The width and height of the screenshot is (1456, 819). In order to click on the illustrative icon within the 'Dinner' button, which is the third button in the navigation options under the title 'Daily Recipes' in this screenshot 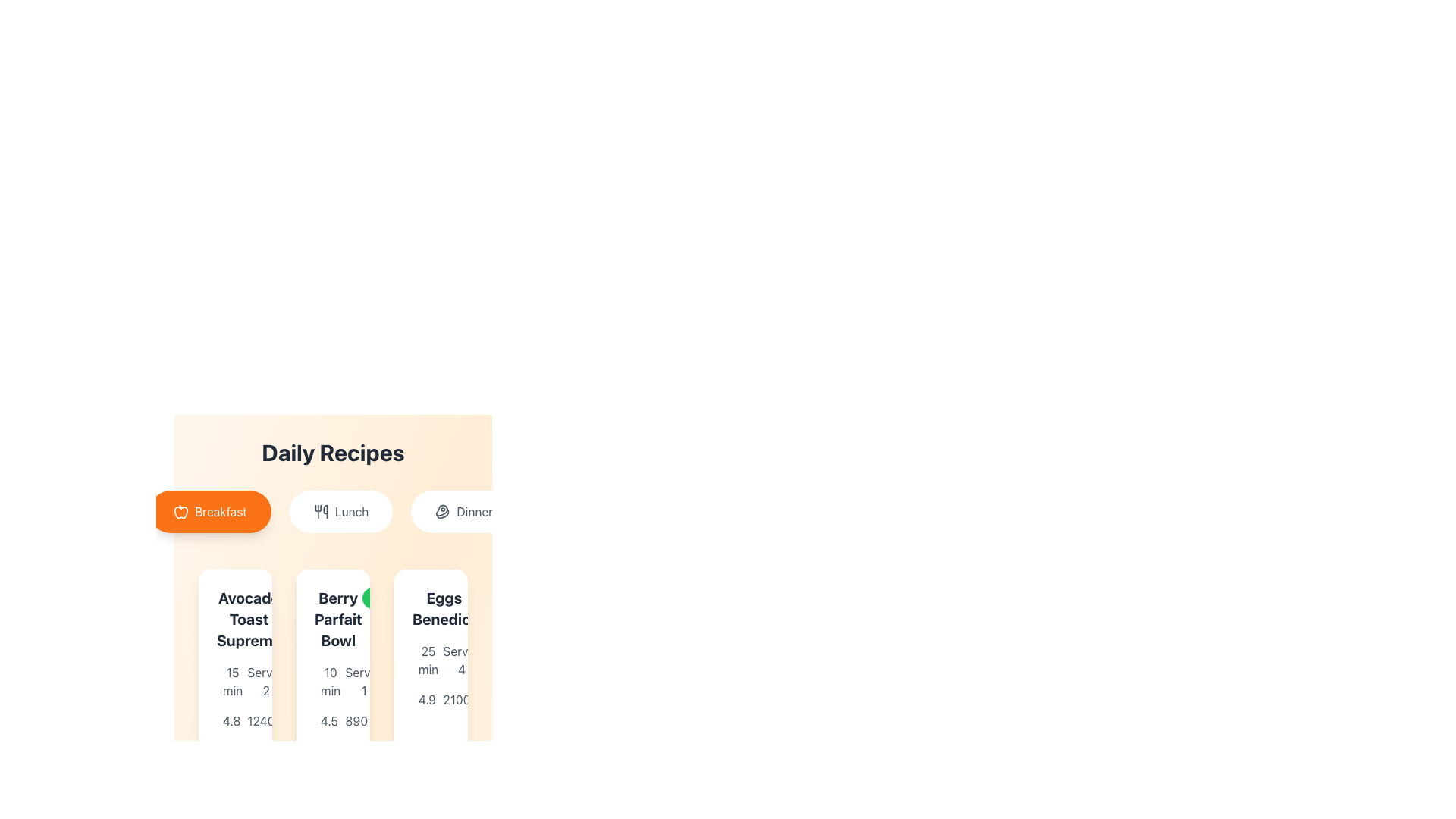, I will do `click(442, 512)`.